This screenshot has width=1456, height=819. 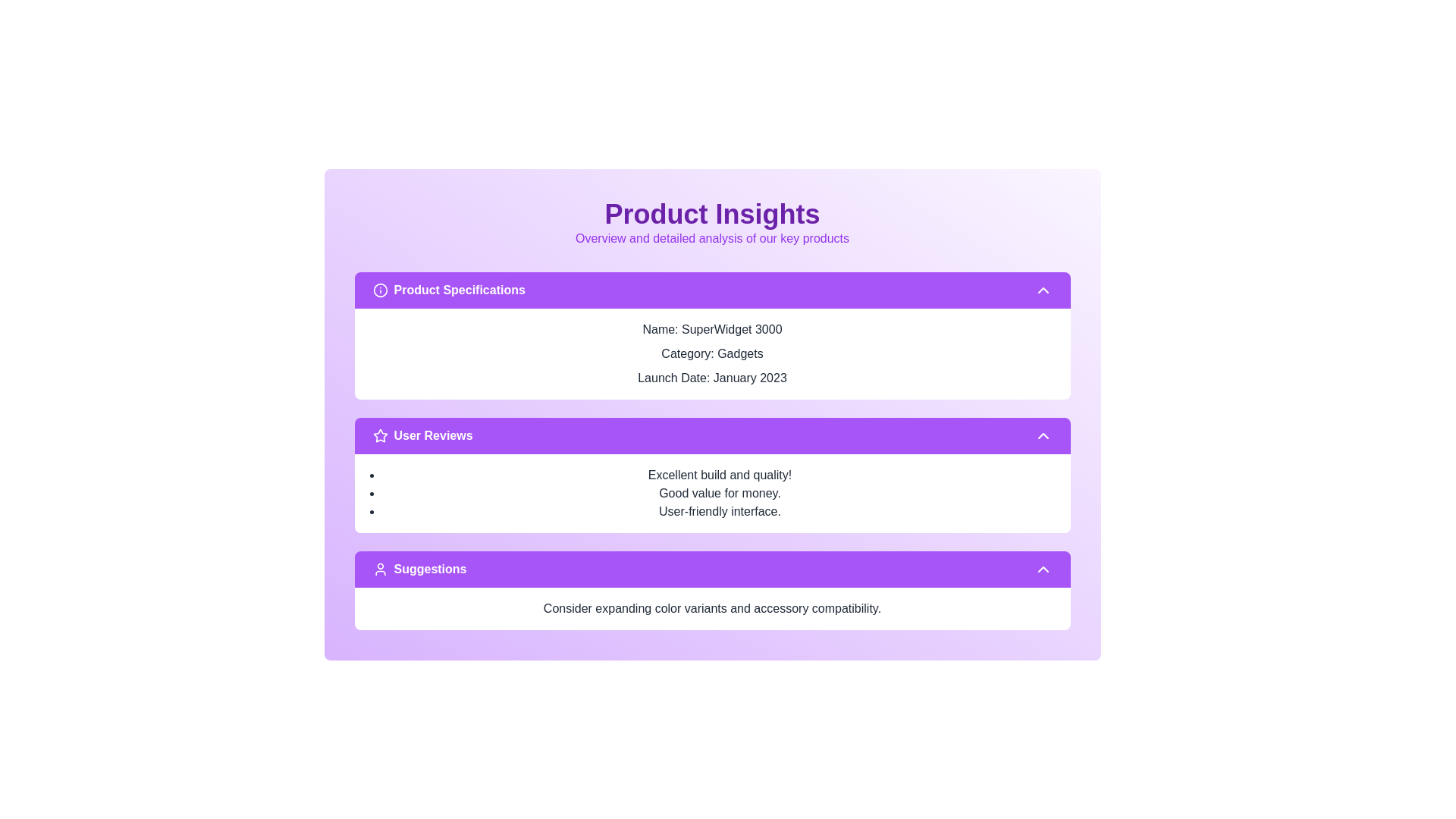 What do you see at coordinates (711, 377) in the screenshot?
I see `the informational text indicating the launch date of the product, which is the last item under 'Product Specifications.'` at bounding box center [711, 377].